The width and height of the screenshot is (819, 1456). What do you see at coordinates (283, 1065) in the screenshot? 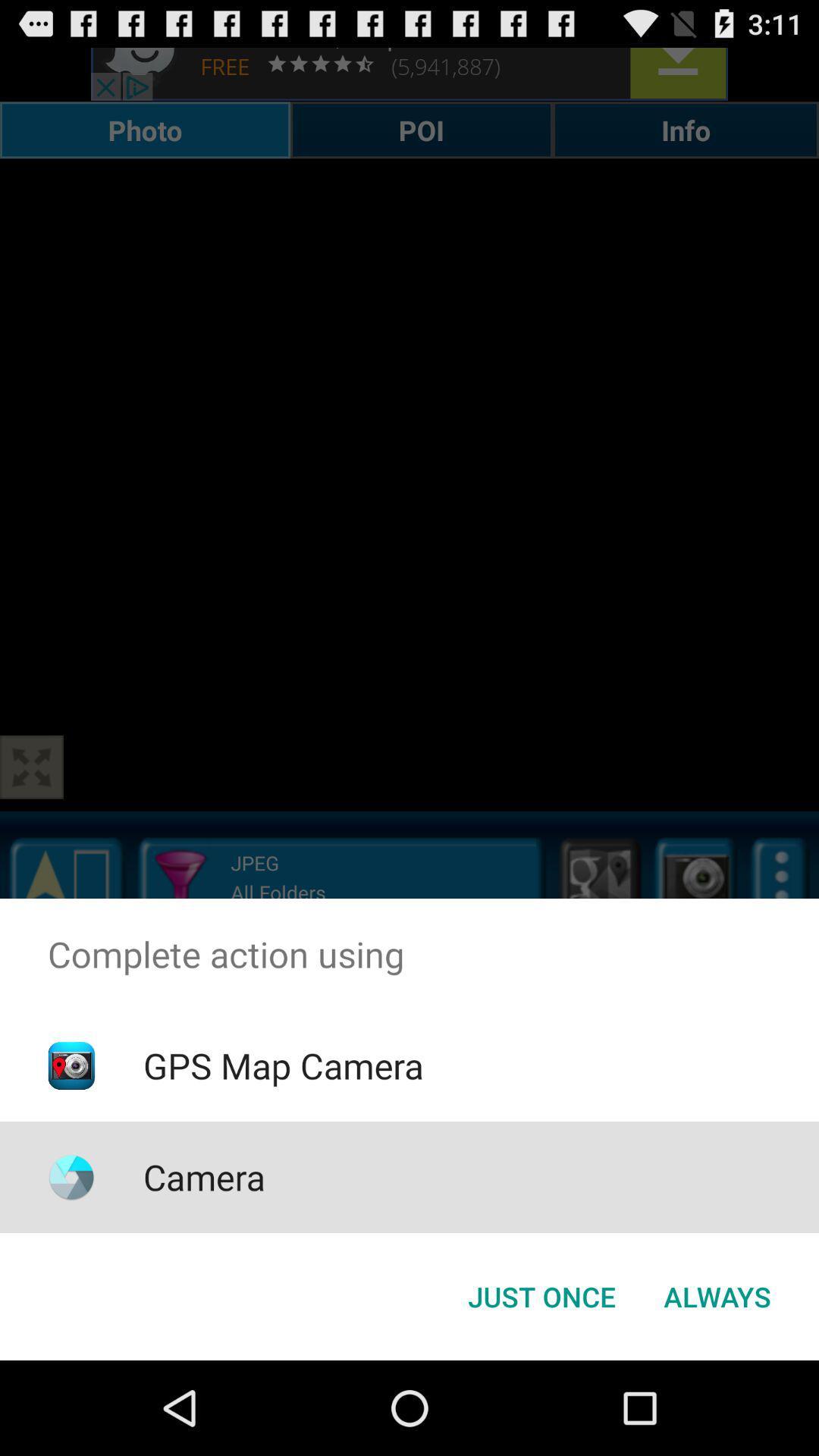
I see `the gps map camera` at bounding box center [283, 1065].